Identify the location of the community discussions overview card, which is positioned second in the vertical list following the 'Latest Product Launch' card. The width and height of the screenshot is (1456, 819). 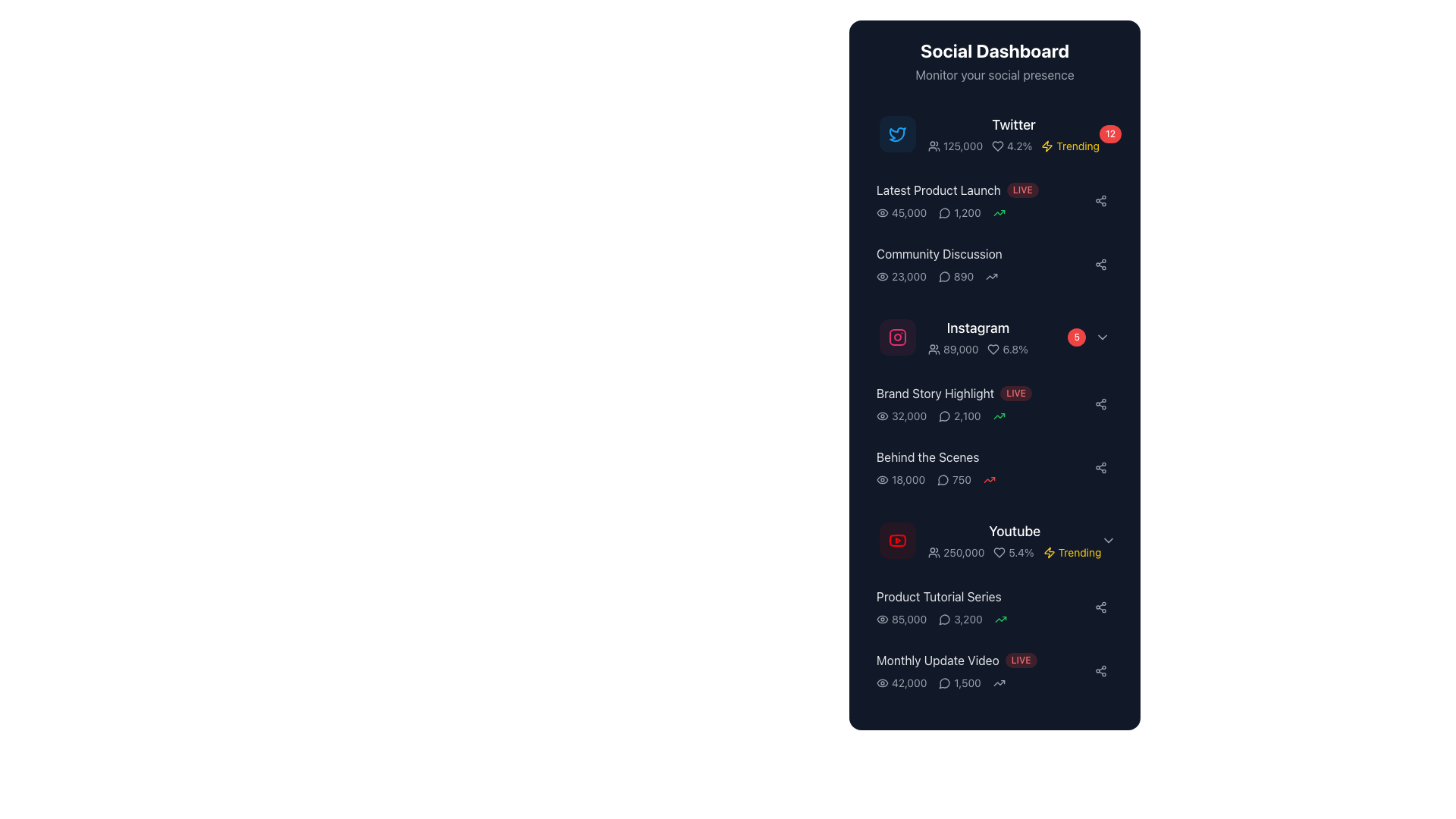
(994, 263).